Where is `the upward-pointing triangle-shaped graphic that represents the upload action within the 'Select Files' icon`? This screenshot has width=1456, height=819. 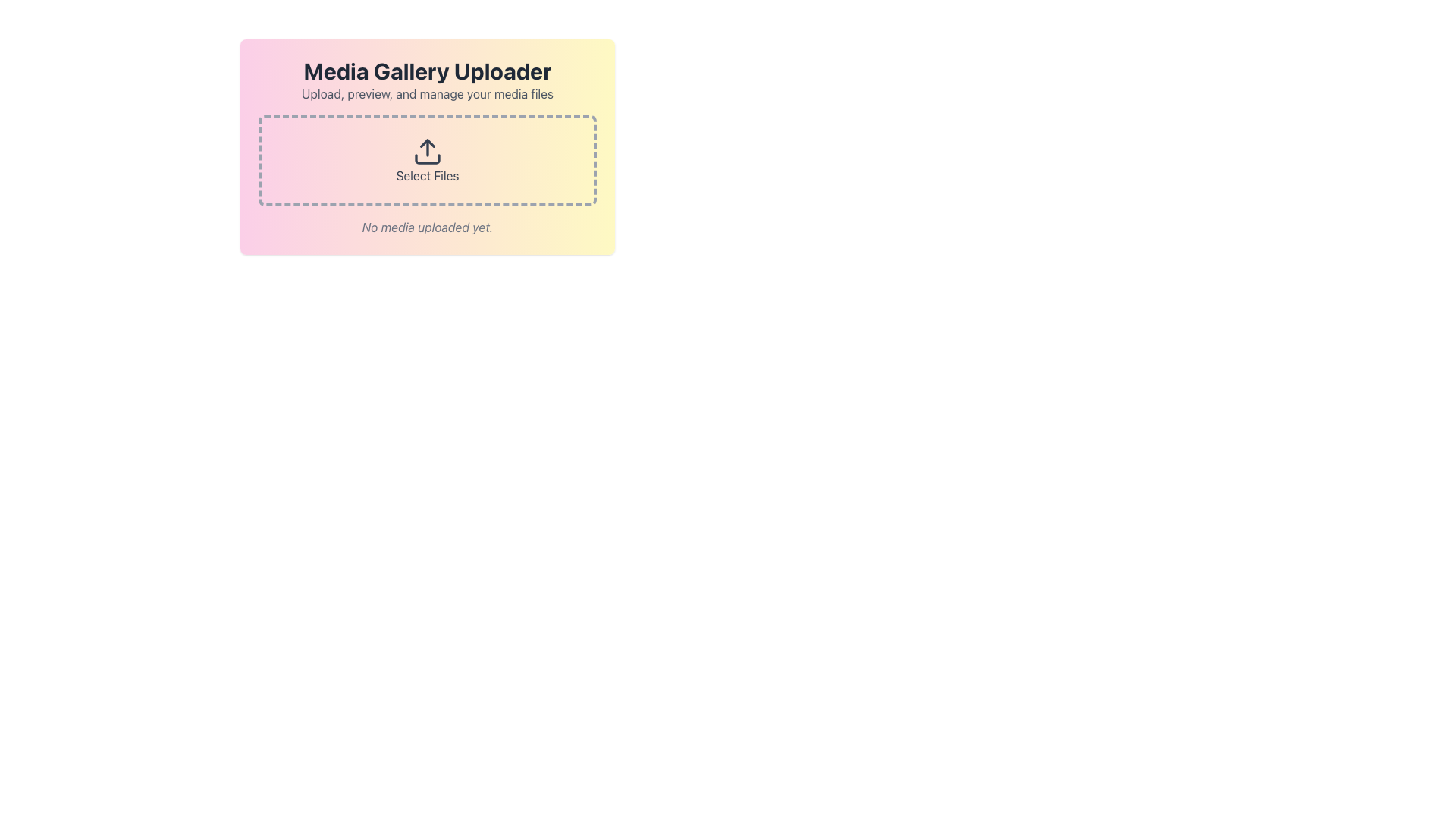 the upward-pointing triangle-shaped graphic that represents the upload action within the 'Select Files' icon is located at coordinates (427, 143).